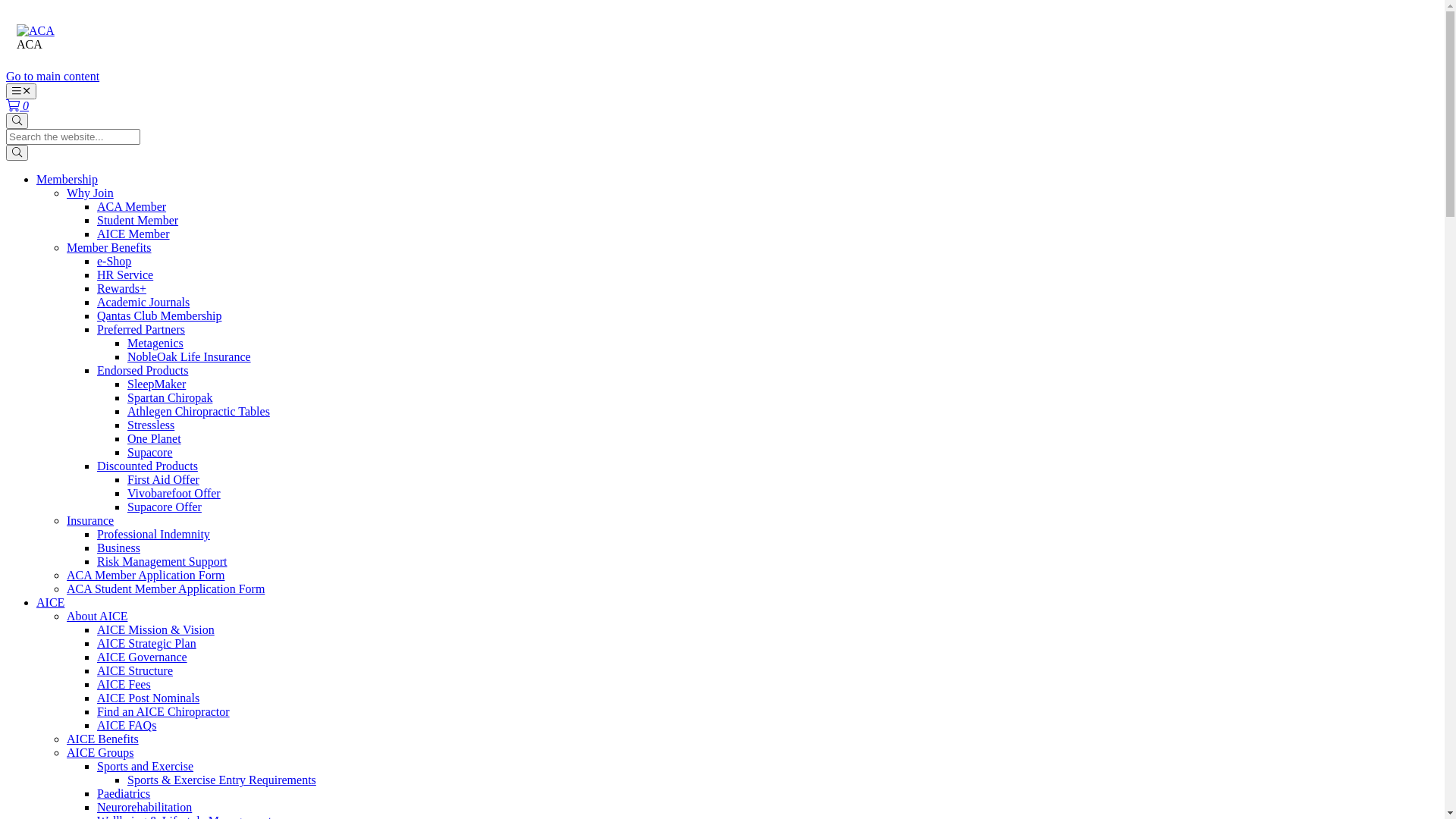 This screenshot has height=819, width=1456. What do you see at coordinates (89, 192) in the screenshot?
I see `'Why Join'` at bounding box center [89, 192].